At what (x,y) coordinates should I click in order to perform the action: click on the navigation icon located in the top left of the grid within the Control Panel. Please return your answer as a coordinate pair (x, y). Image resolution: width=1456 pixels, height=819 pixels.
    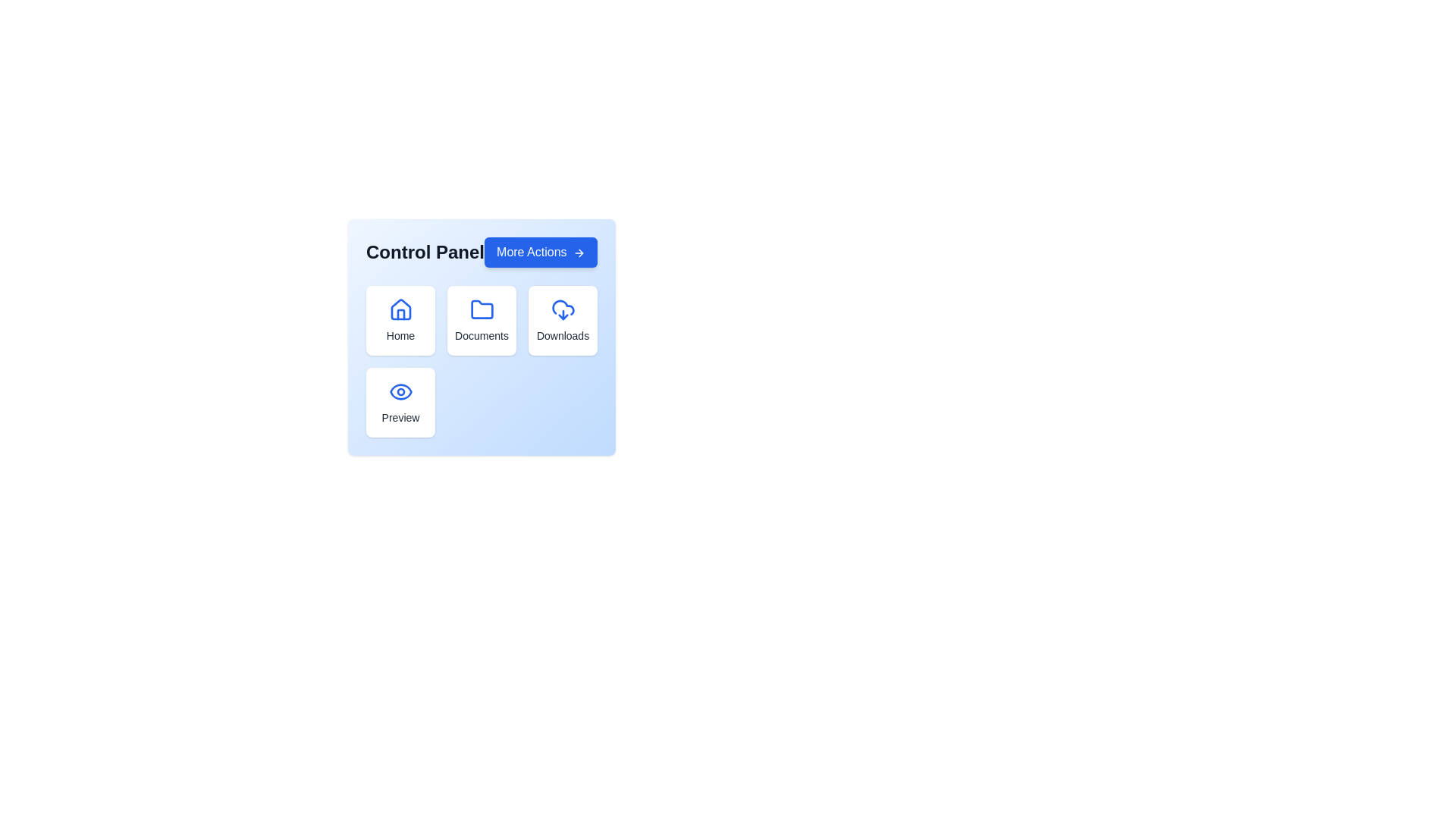
    Looking at the image, I should click on (400, 309).